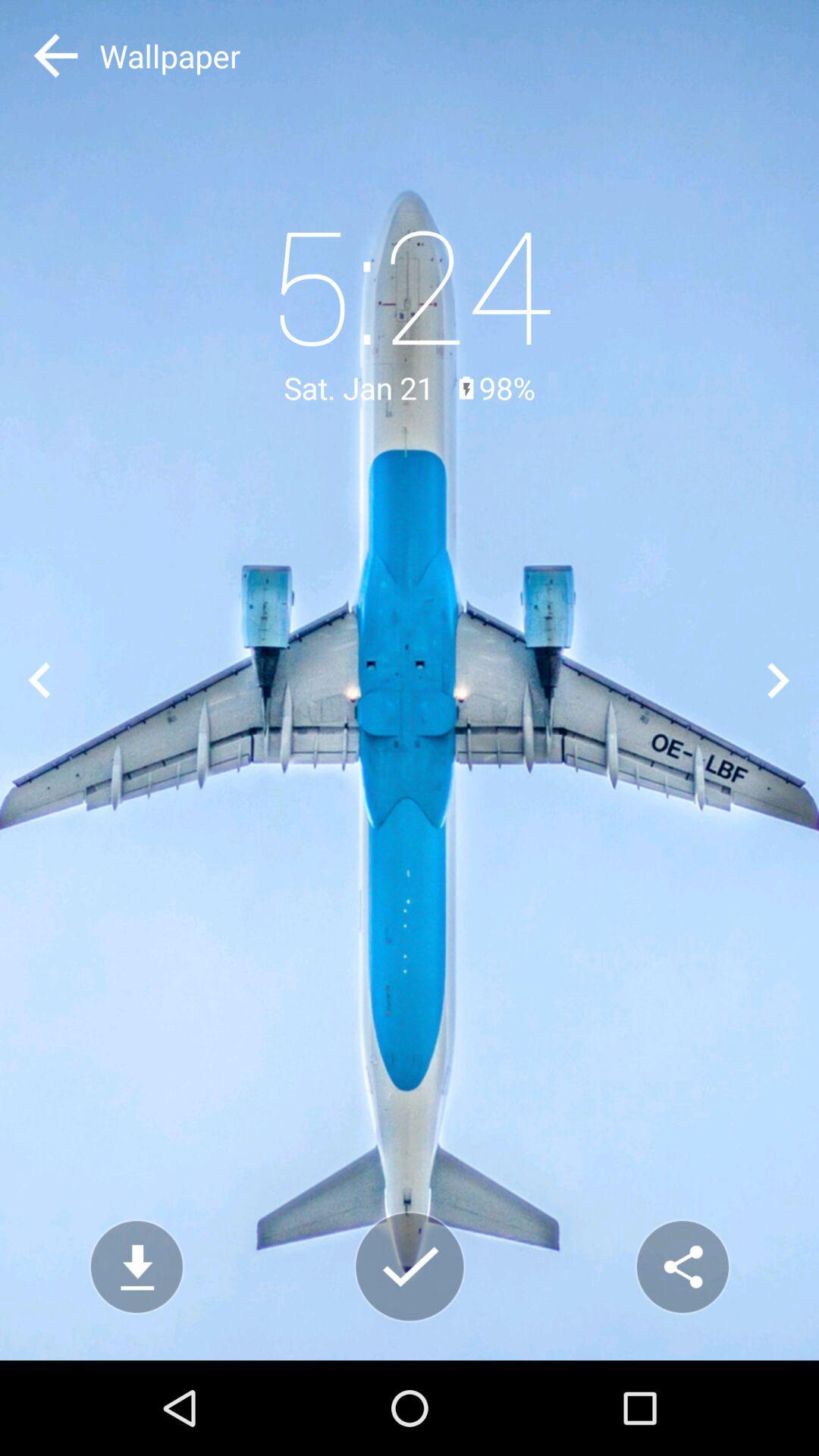  Describe the element at coordinates (779, 679) in the screenshot. I see `the arrow_forward icon` at that location.